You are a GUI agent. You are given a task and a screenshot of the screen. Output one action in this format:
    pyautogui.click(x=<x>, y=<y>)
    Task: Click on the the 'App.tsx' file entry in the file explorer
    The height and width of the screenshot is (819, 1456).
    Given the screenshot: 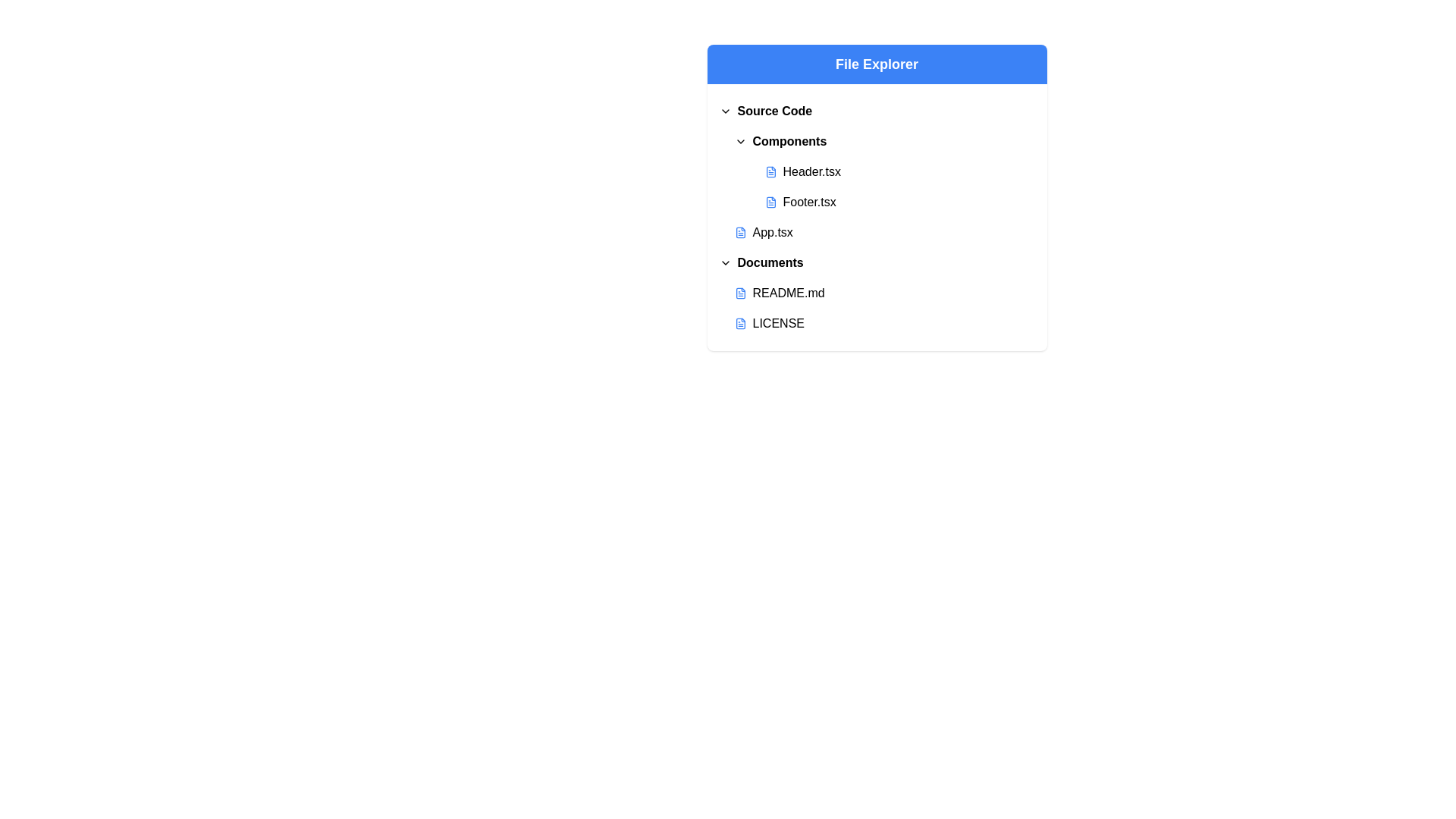 What is the action you would take?
    pyautogui.click(x=877, y=233)
    